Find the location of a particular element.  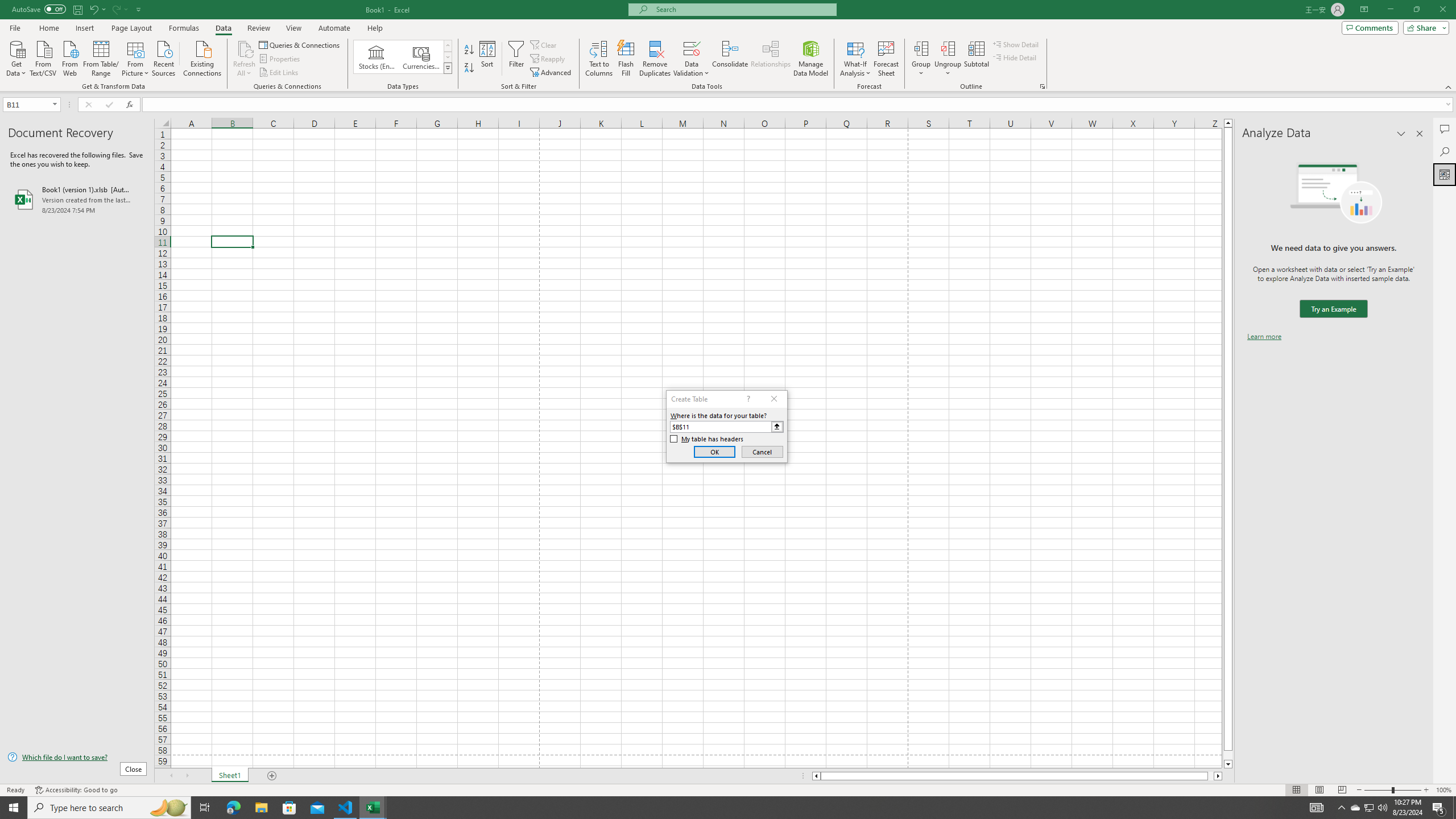

'From Table/Range' is located at coordinates (100, 57).